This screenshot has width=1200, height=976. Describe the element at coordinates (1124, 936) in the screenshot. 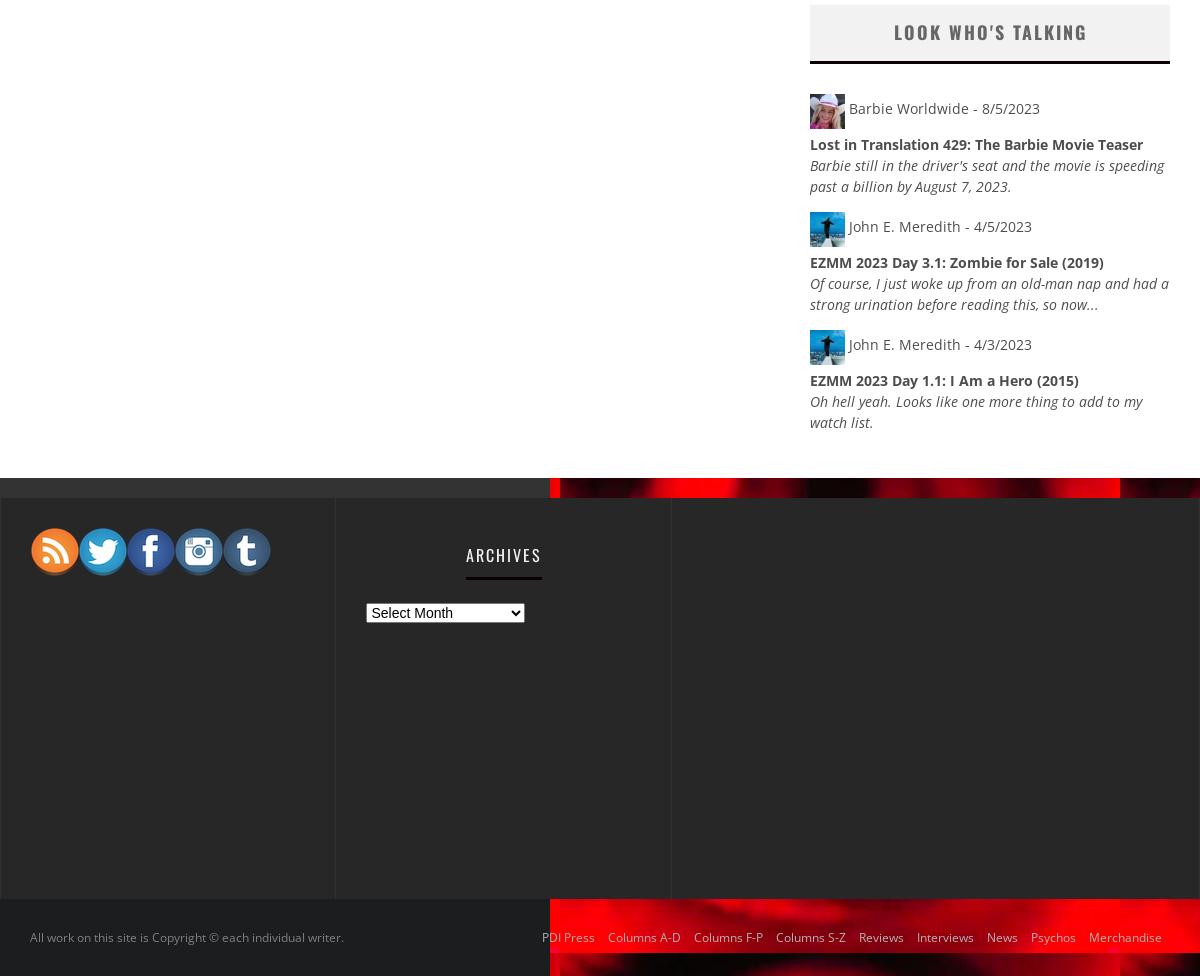

I see `'Merchandise'` at that location.